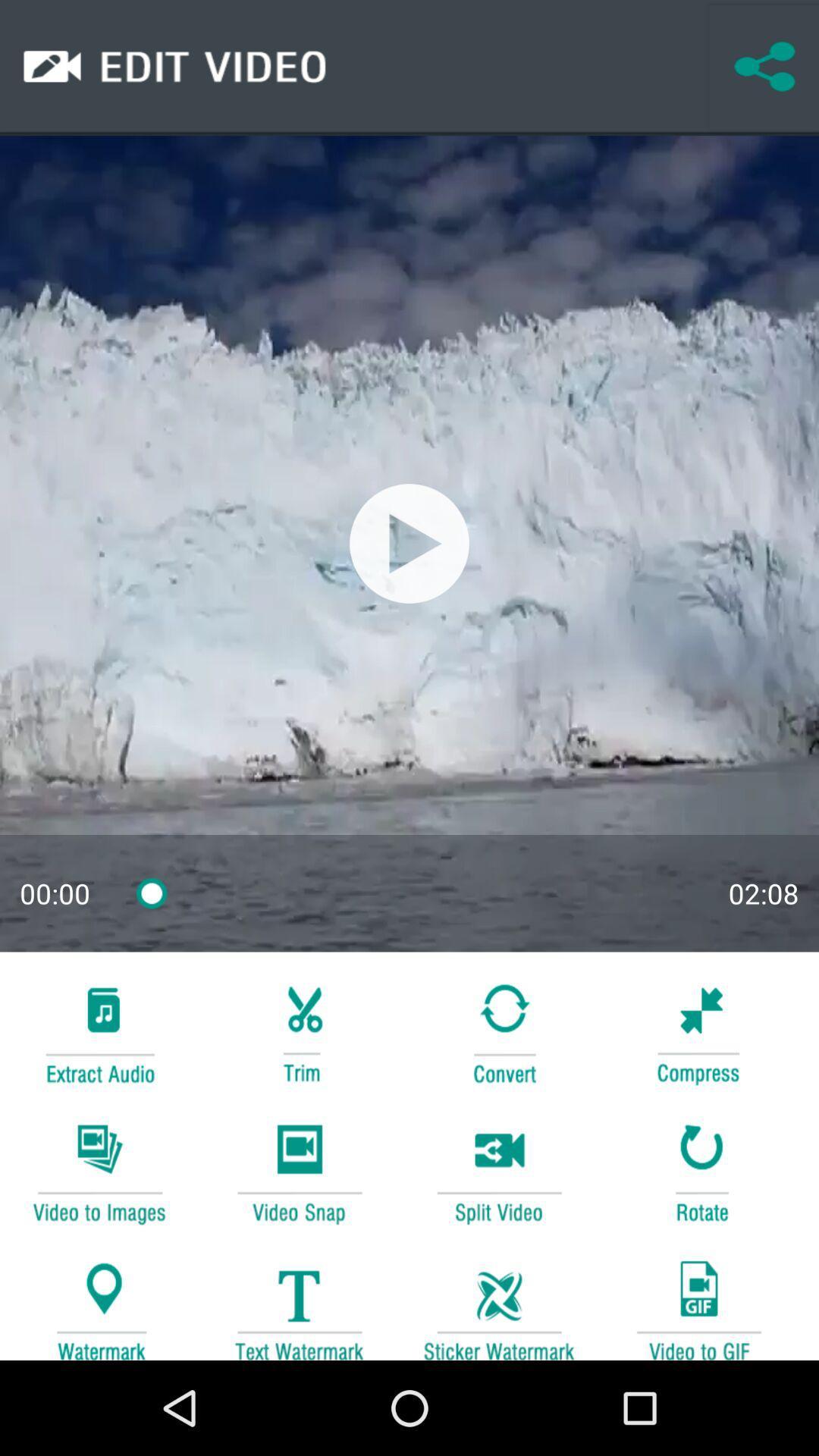 This screenshot has height=1456, width=819. Describe the element at coordinates (299, 1302) in the screenshot. I see `text selection` at that location.